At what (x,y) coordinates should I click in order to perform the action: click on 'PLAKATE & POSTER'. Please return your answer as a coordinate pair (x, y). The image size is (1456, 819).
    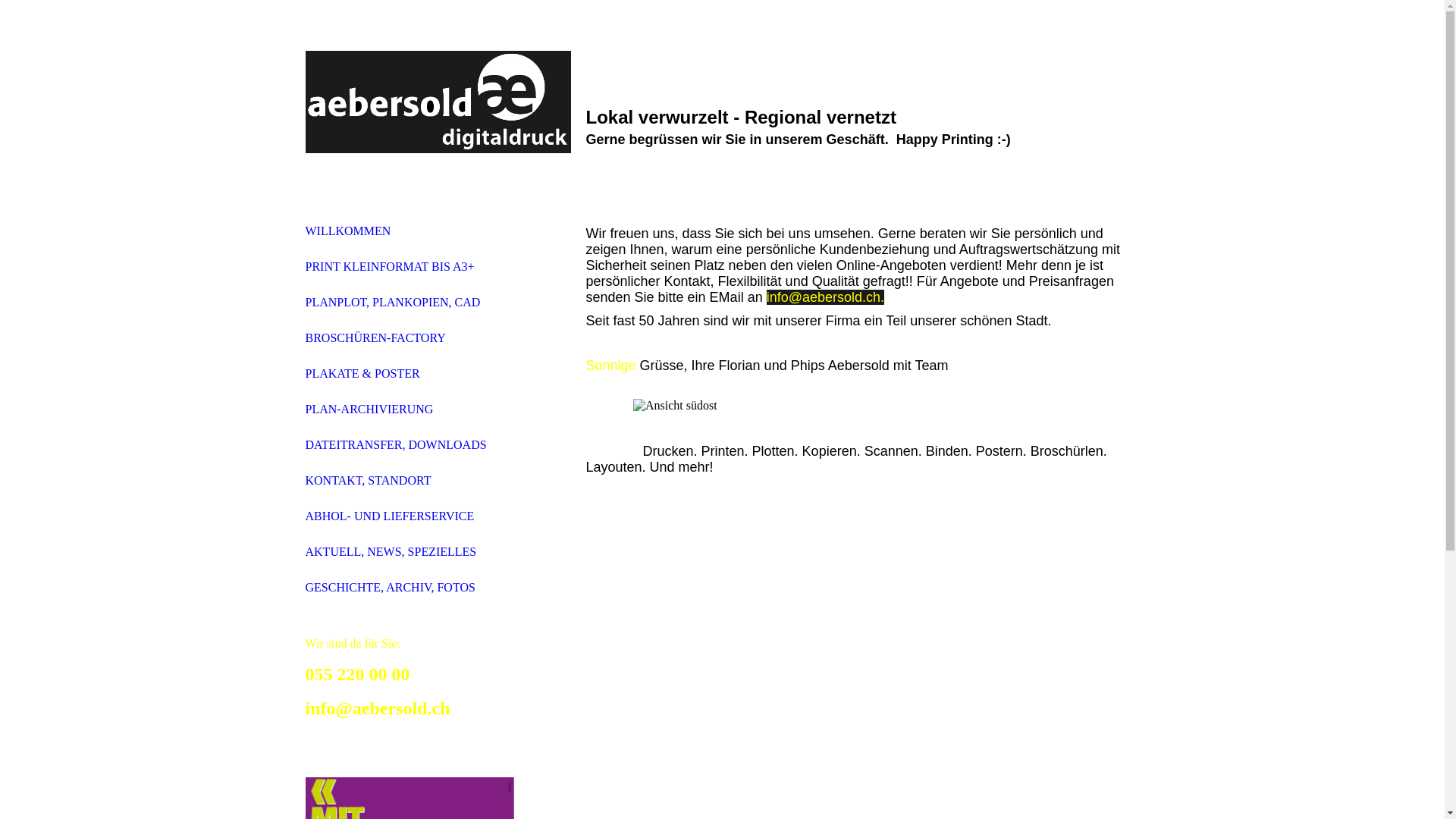
    Looking at the image, I should click on (361, 373).